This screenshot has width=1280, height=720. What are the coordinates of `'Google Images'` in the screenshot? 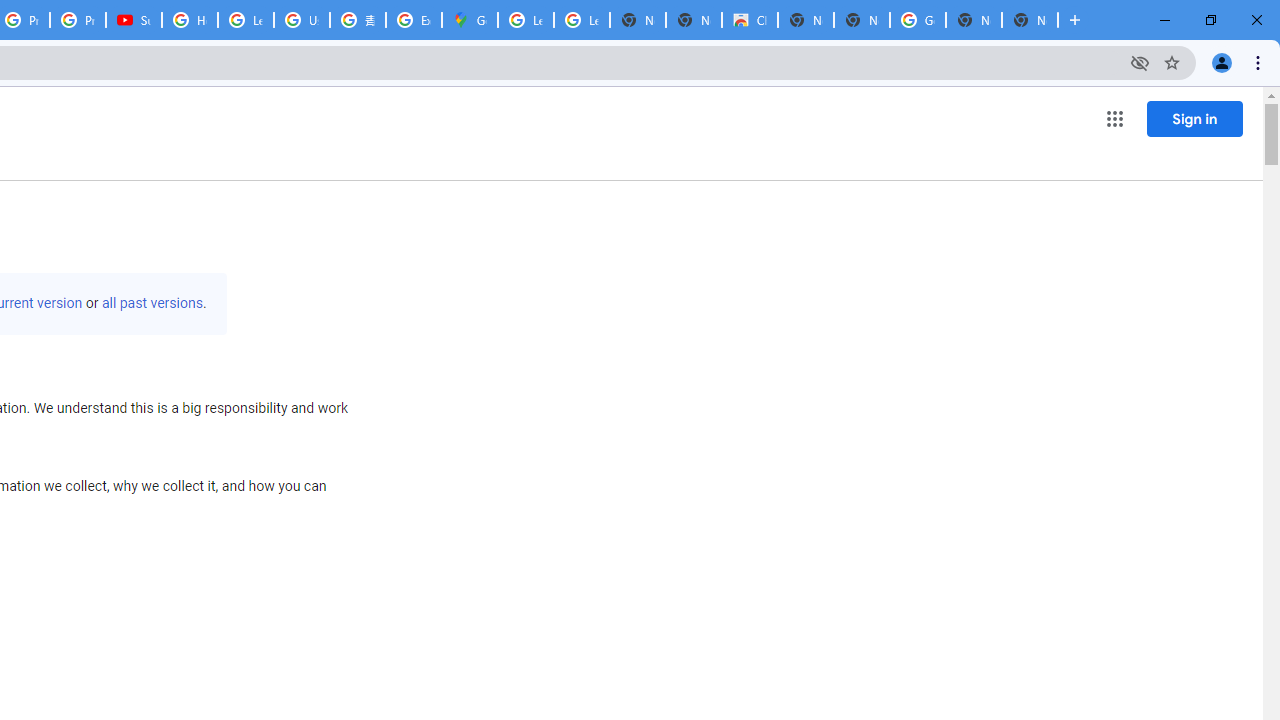 It's located at (916, 20).